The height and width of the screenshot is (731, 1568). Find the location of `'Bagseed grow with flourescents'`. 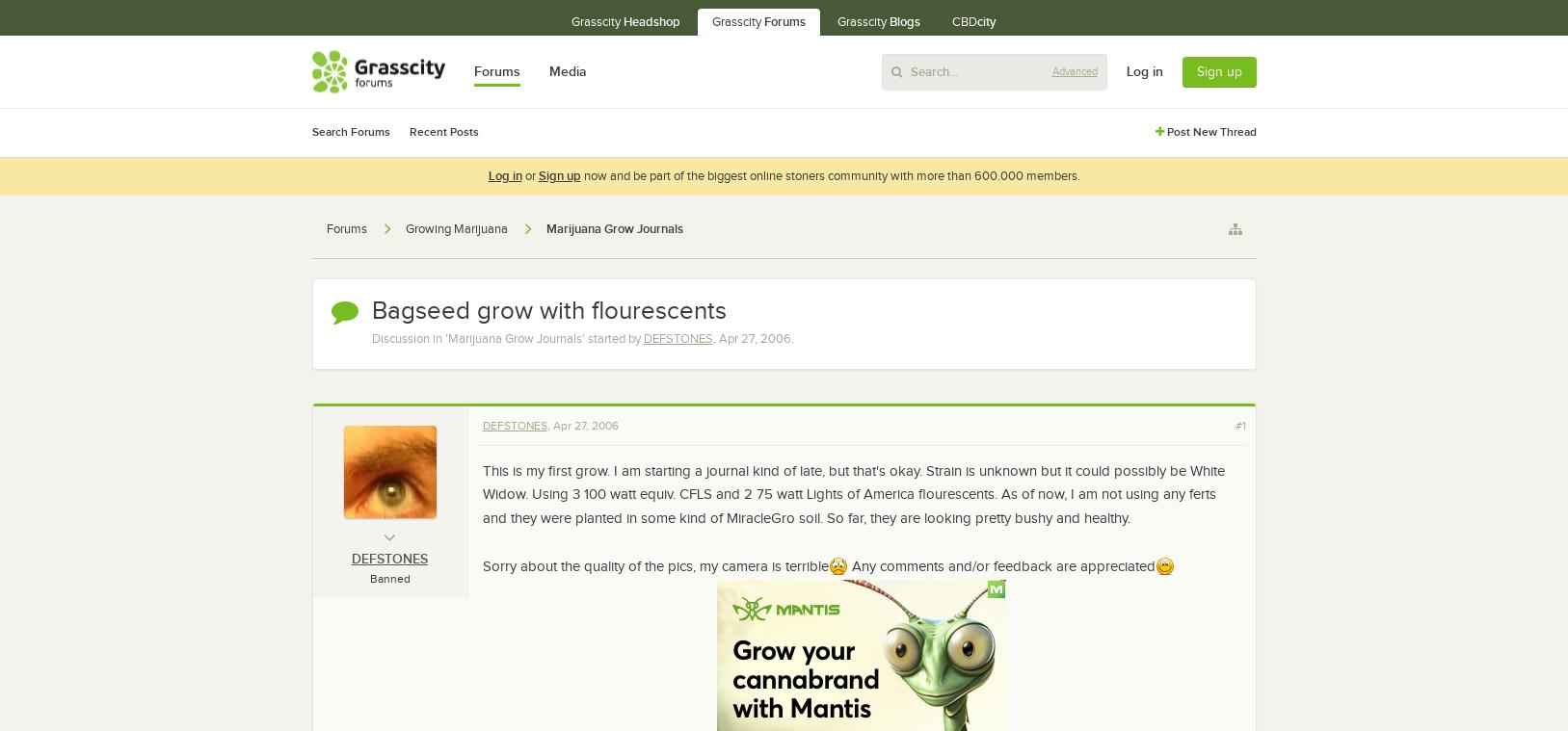

'Bagseed grow with flourescents' is located at coordinates (546, 309).